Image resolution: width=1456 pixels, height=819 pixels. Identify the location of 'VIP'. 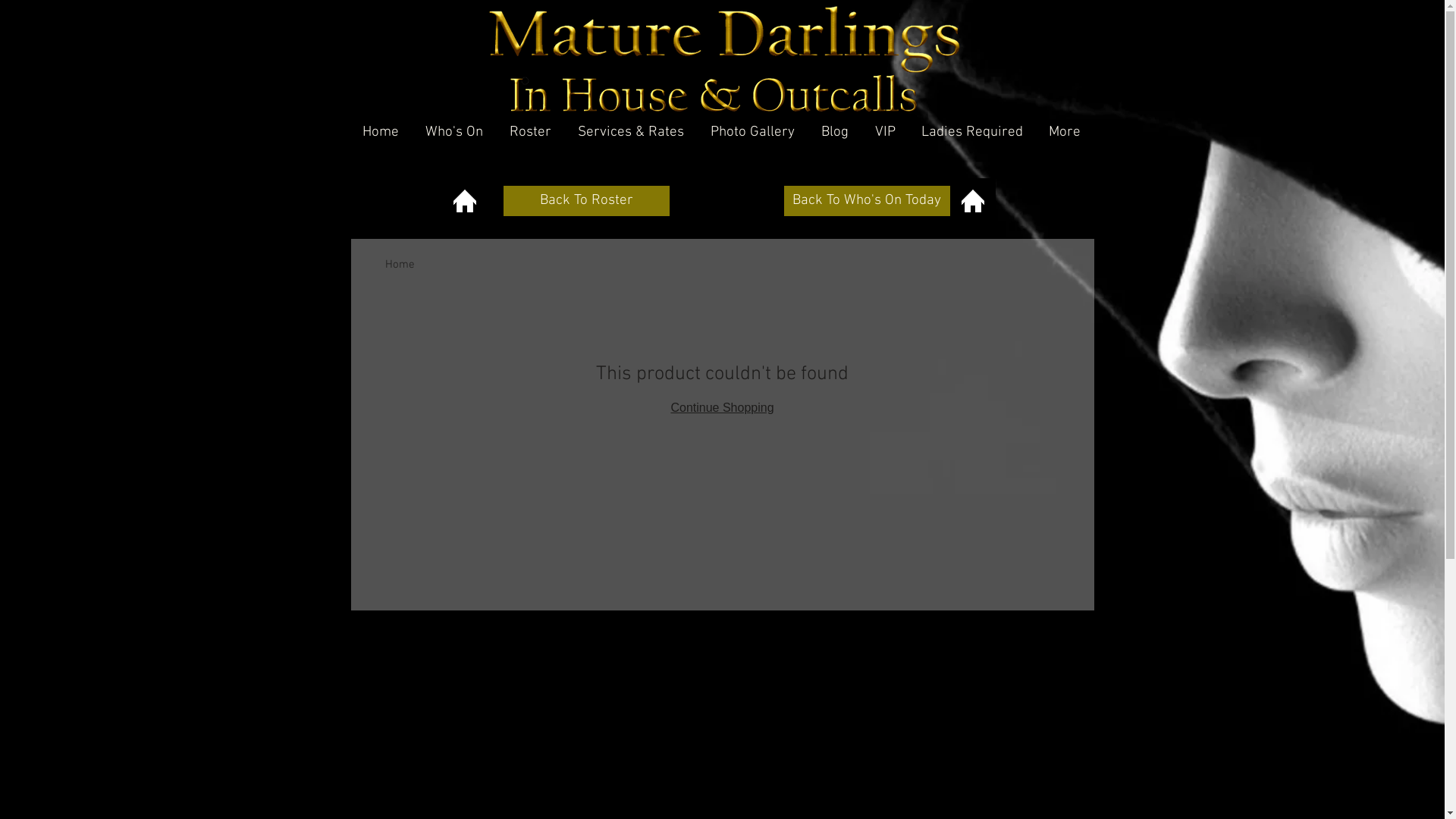
(862, 131).